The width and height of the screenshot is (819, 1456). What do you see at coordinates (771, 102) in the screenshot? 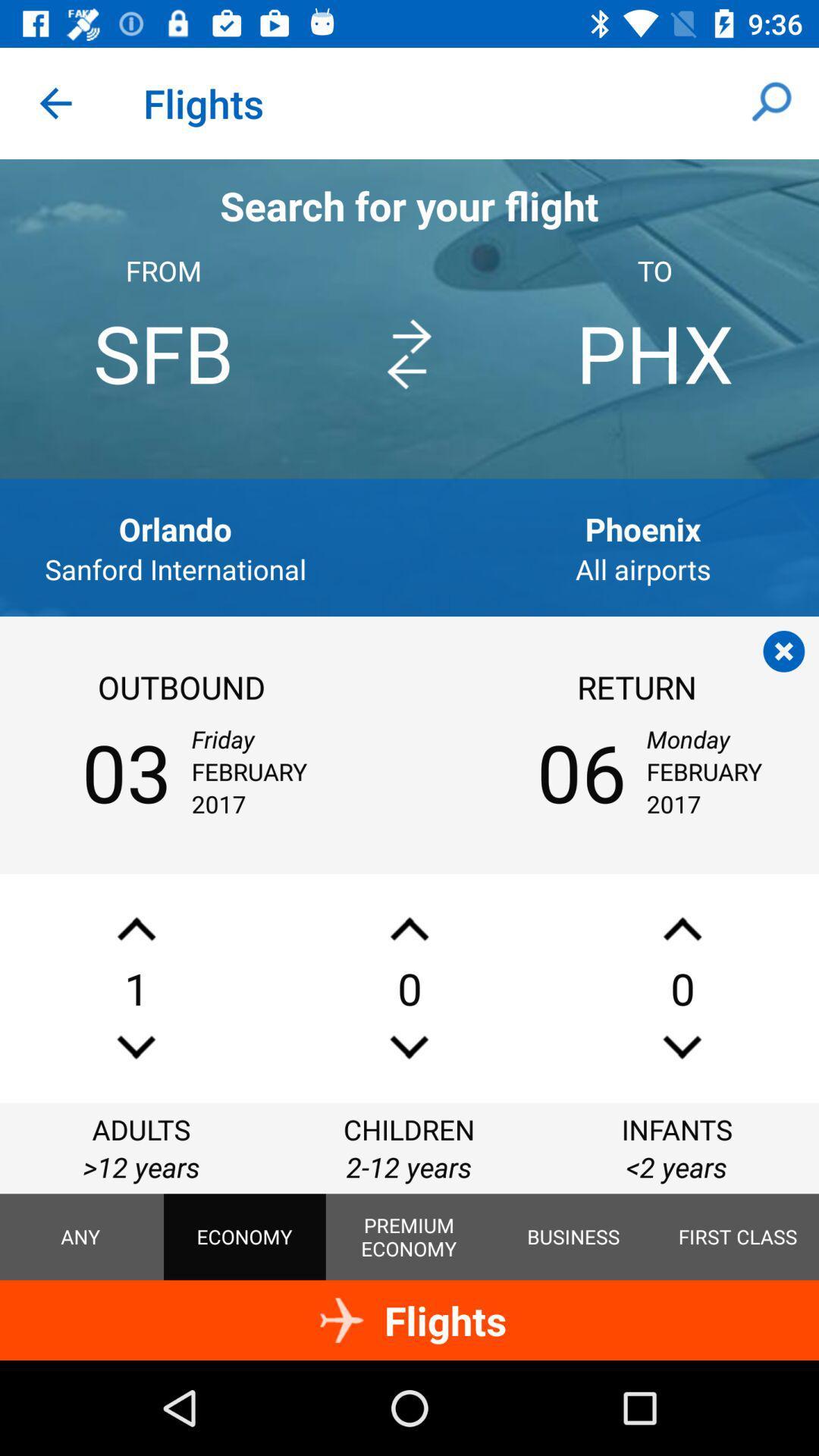
I see `the app next to the flights` at bounding box center [771, 102].